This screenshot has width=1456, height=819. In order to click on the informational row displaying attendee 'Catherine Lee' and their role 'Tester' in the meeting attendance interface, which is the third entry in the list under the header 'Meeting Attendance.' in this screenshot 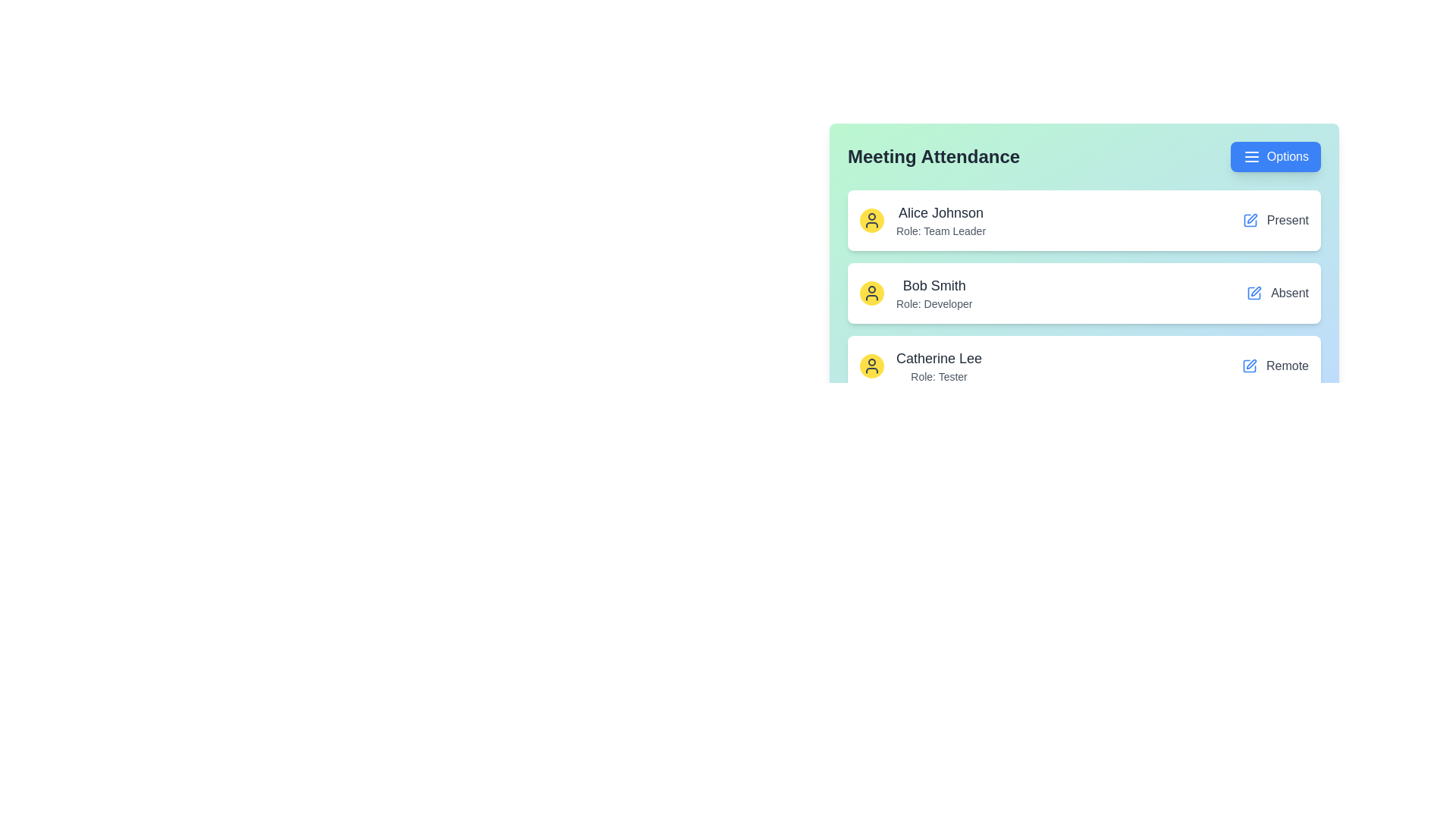, I will do `click(920, 366)`.